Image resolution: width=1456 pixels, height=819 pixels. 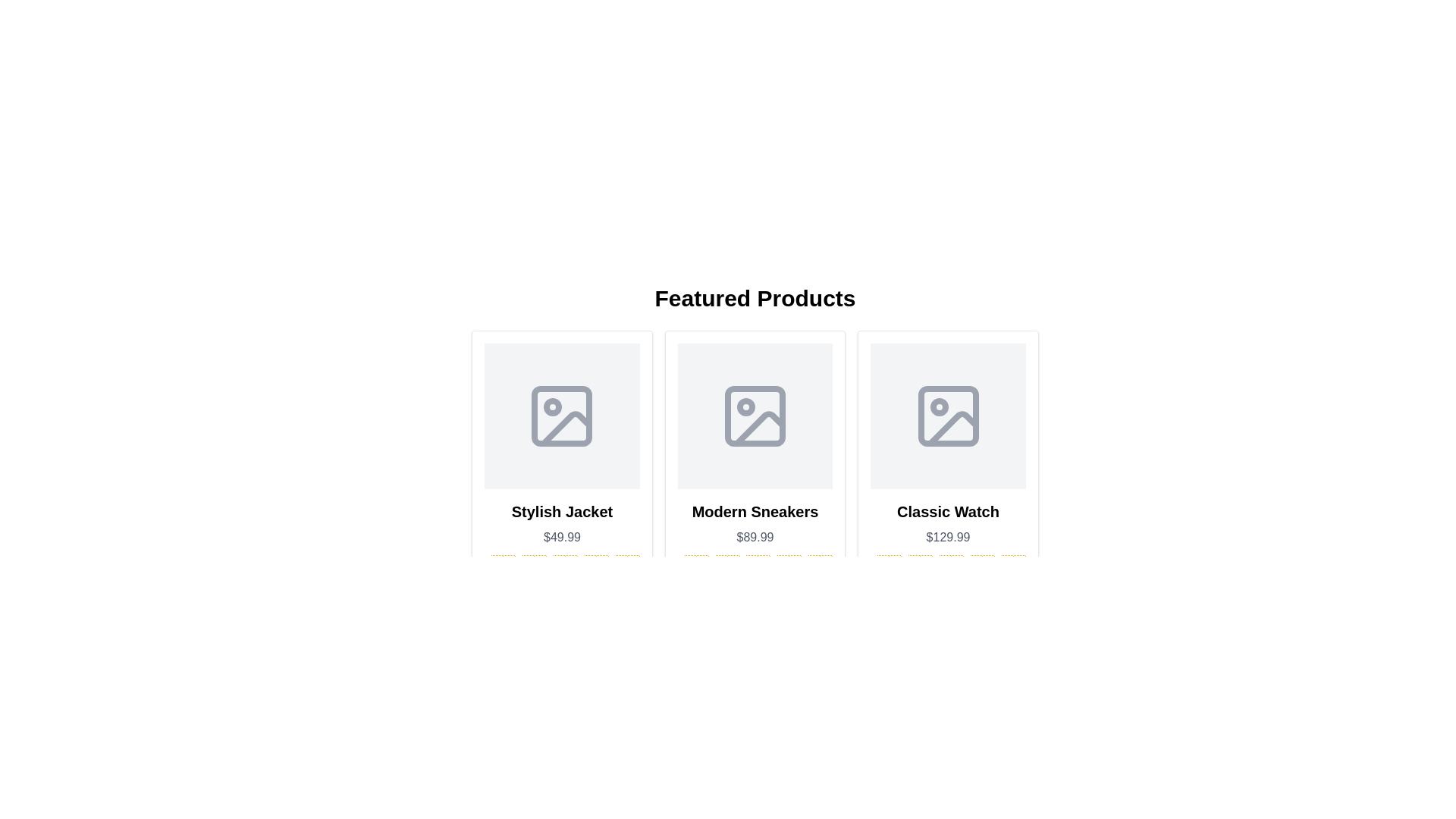 What do you see at coordinates (947, 475) in the screenshot?
I see `price and rating displayed on the 'Classic Watch' product card, located in the rightmost column of the grid below the 'Featured Products' heading` at bounding box center [947, 475].